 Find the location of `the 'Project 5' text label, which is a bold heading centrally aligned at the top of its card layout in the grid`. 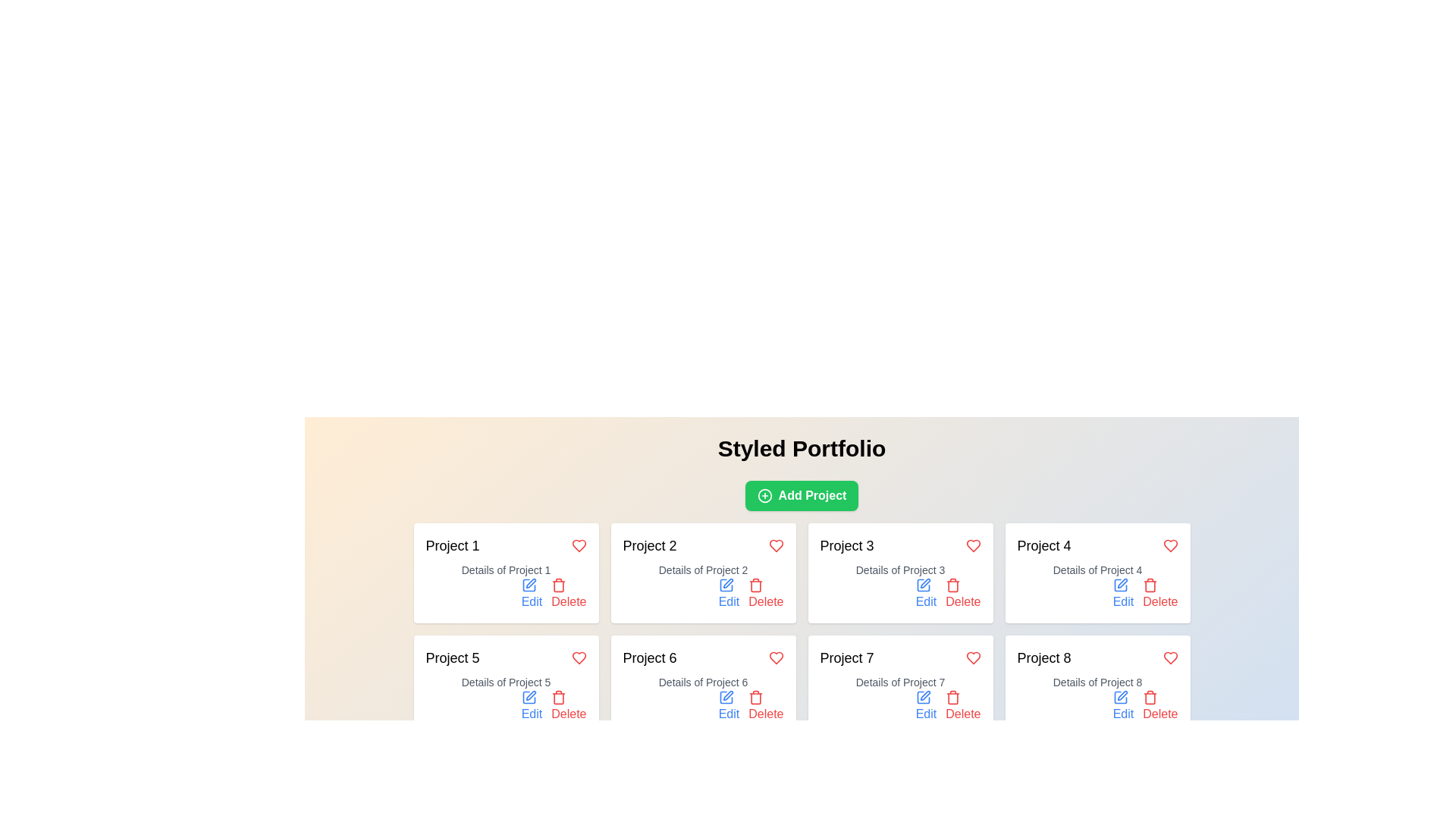

the 'Project 5' text label, which is a bold heading centrally aligned at the top of its card layout in the grid is located at coordinates (451, 657).